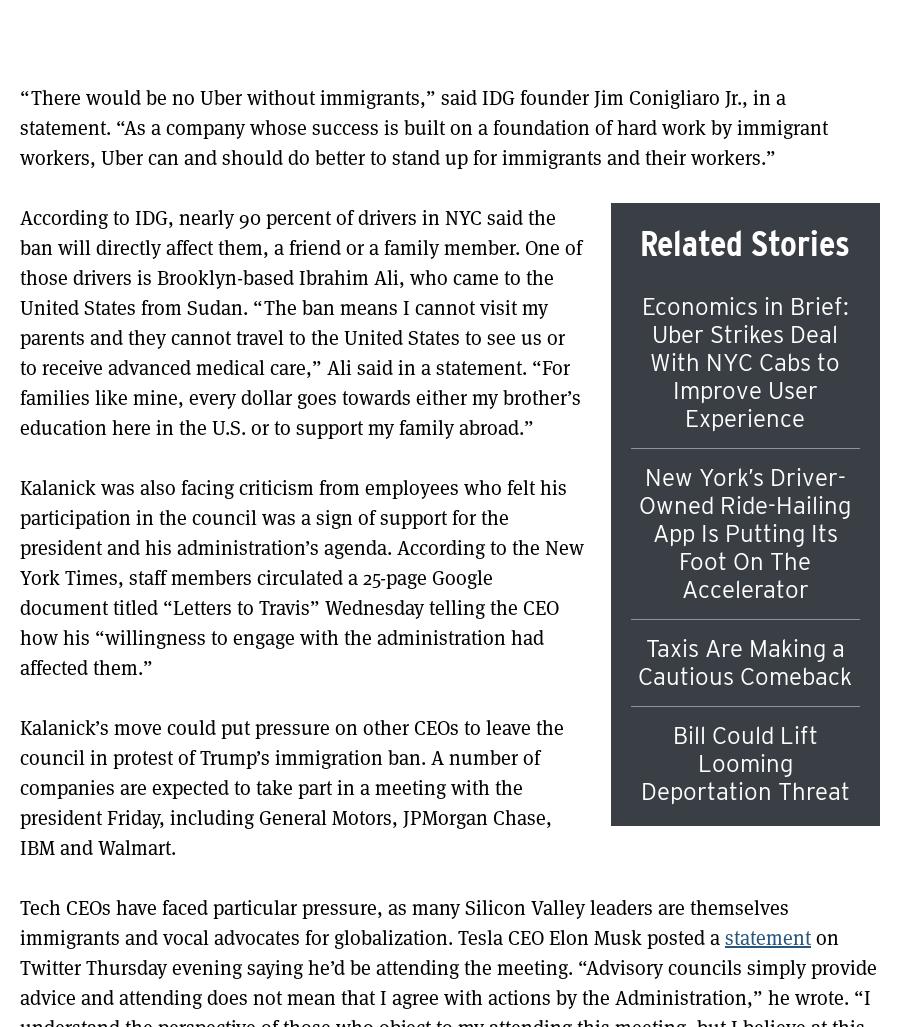 This screenshot has height=1027, width=900. Describe the element at coordinates (404, 922) in the screenshot. I see `'Tech CEOs have faced particular pressure, as many Silicon Valley leaders are themselves immigrants and vocal advocates for globalization. Tesla CEO Elon Musk posted a'` at that location.